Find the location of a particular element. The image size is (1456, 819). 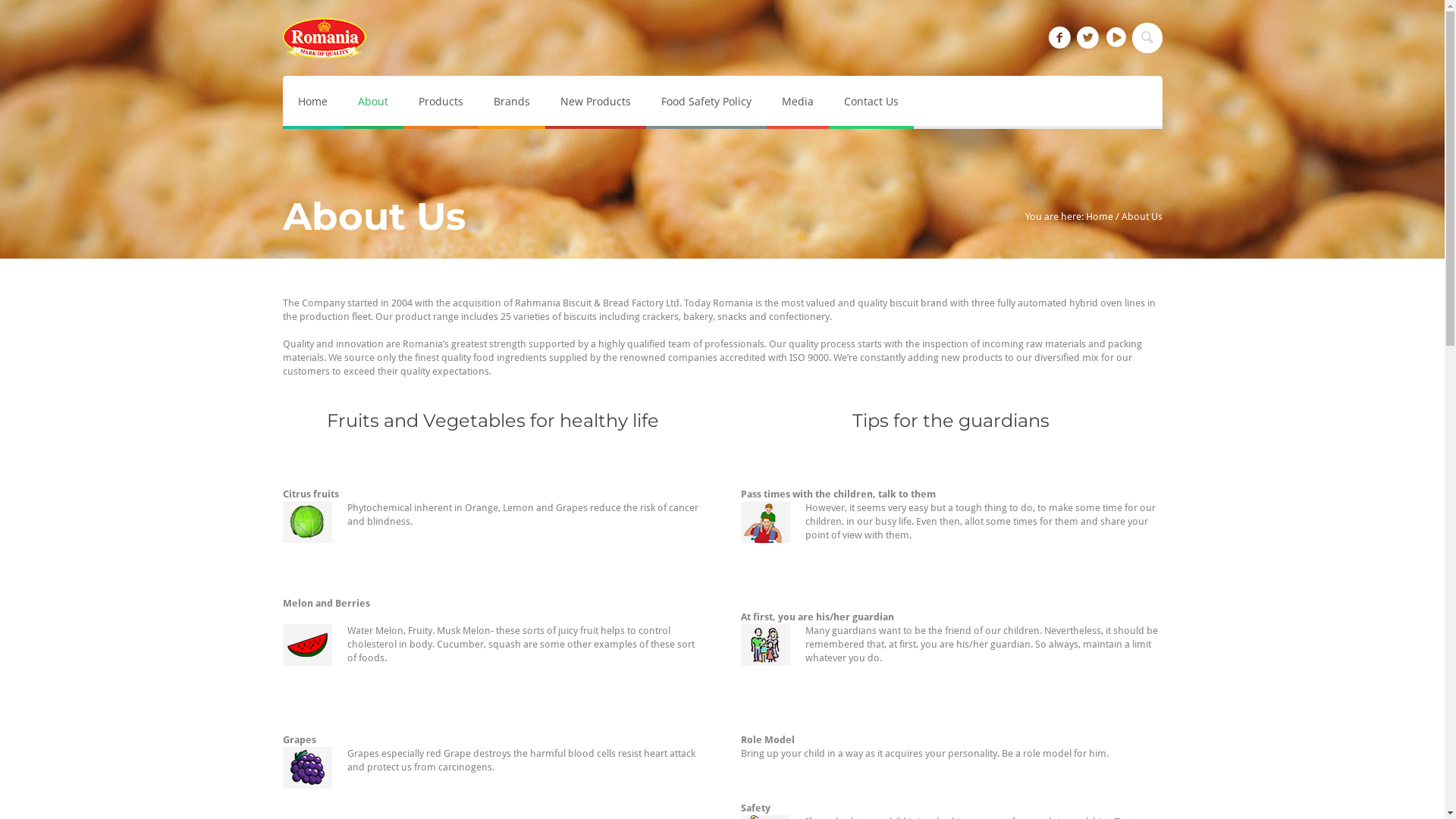

'Twitter' is located at coordinates (1087, 37).